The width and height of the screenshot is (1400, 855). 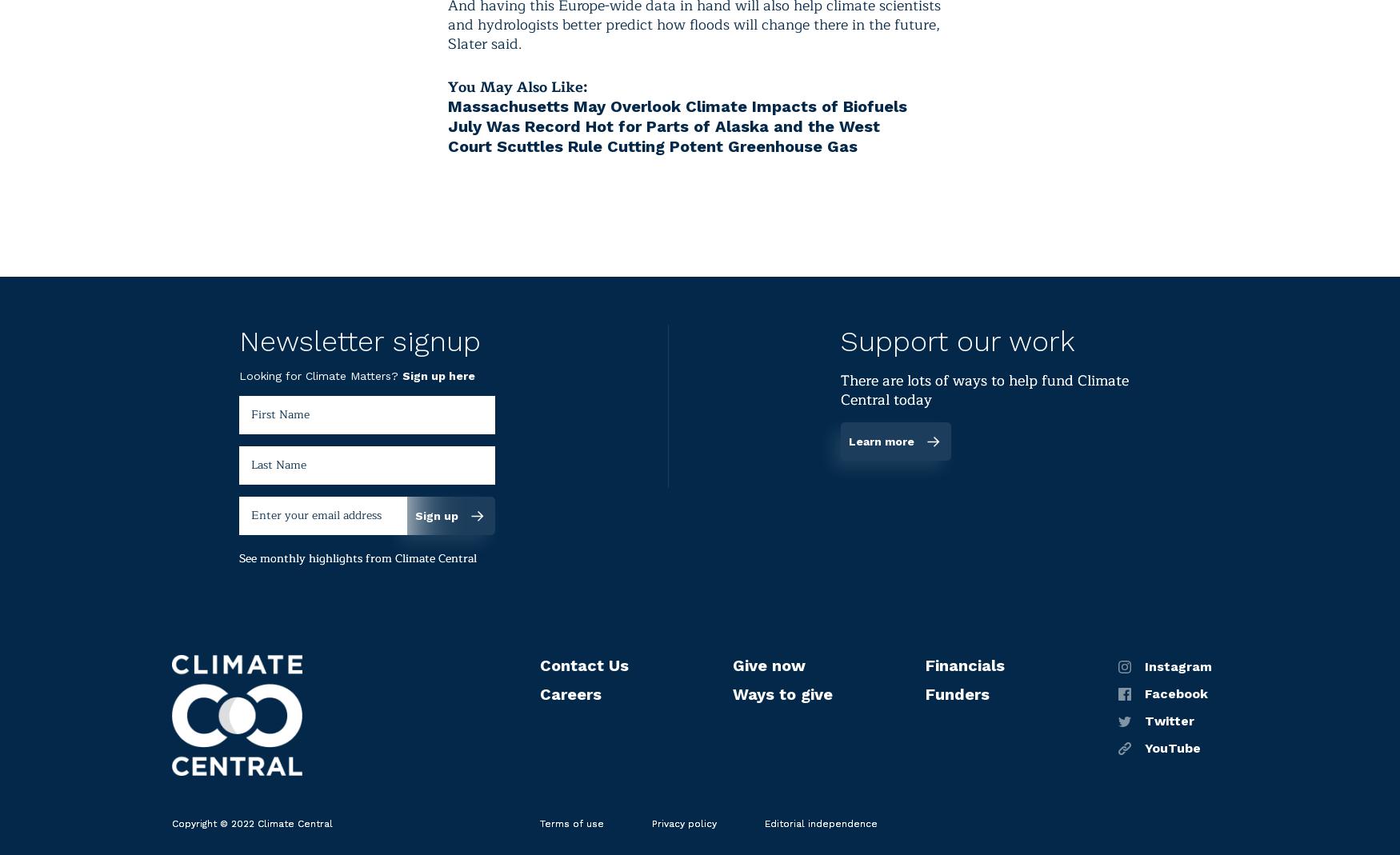 What do you see at coordinates (840, 340) in the screenshot?
I see `'Support our work'` at bounding box center [840, 340].